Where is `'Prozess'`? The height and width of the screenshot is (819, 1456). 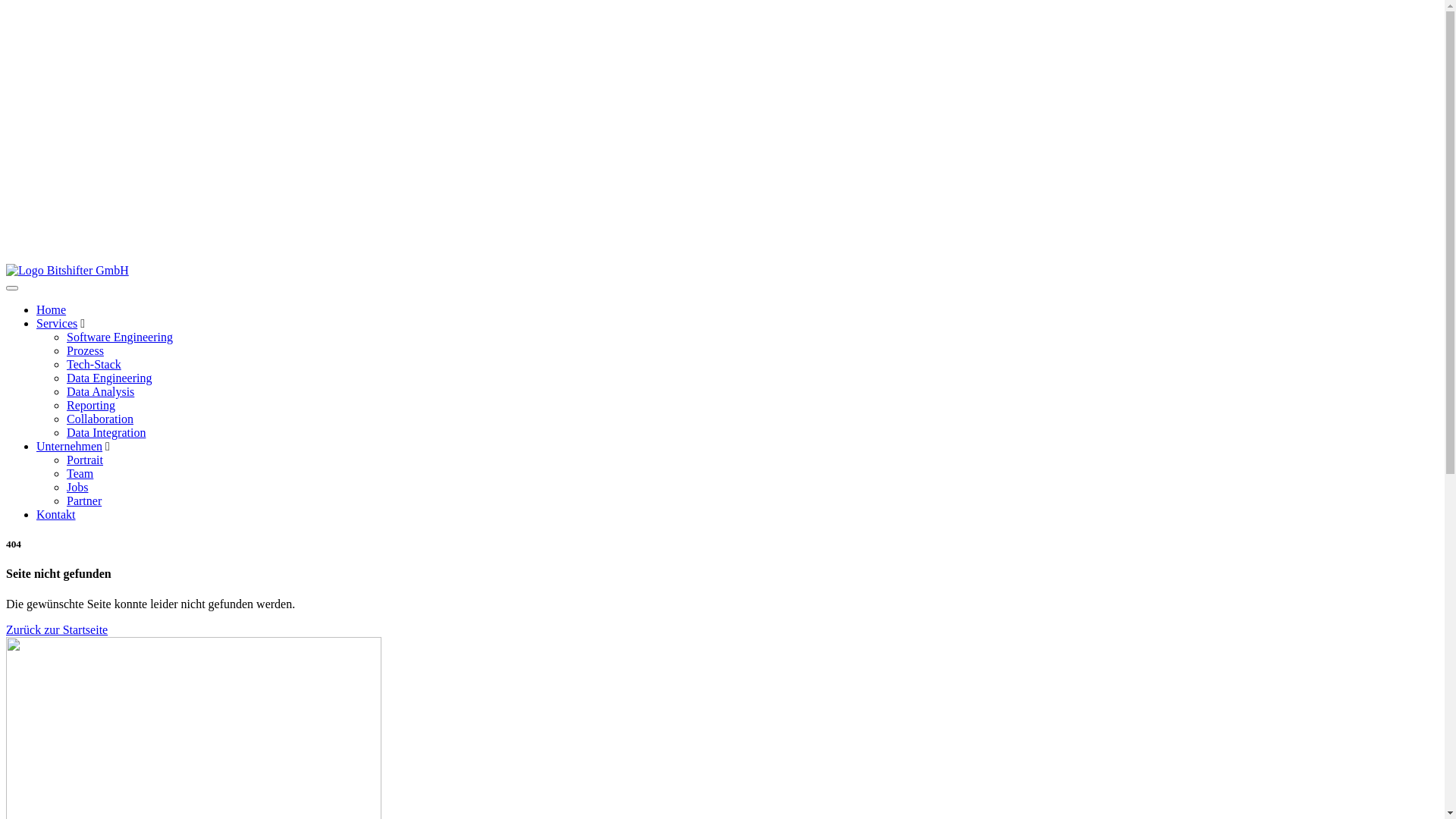 'Prozess' is located at coordinates (84, 350).